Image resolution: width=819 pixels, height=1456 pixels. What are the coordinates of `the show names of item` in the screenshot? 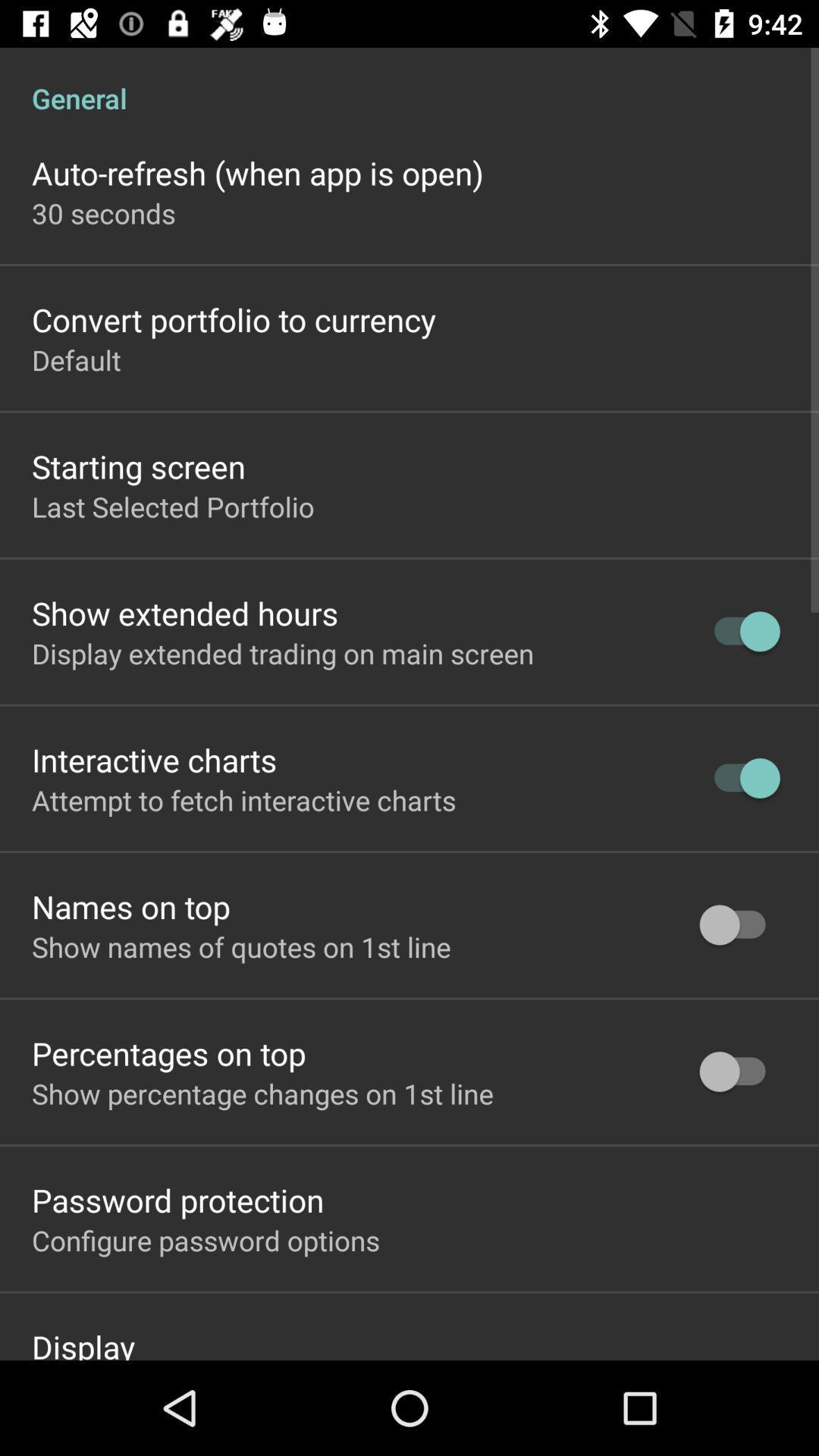 It's located at (240, 946).